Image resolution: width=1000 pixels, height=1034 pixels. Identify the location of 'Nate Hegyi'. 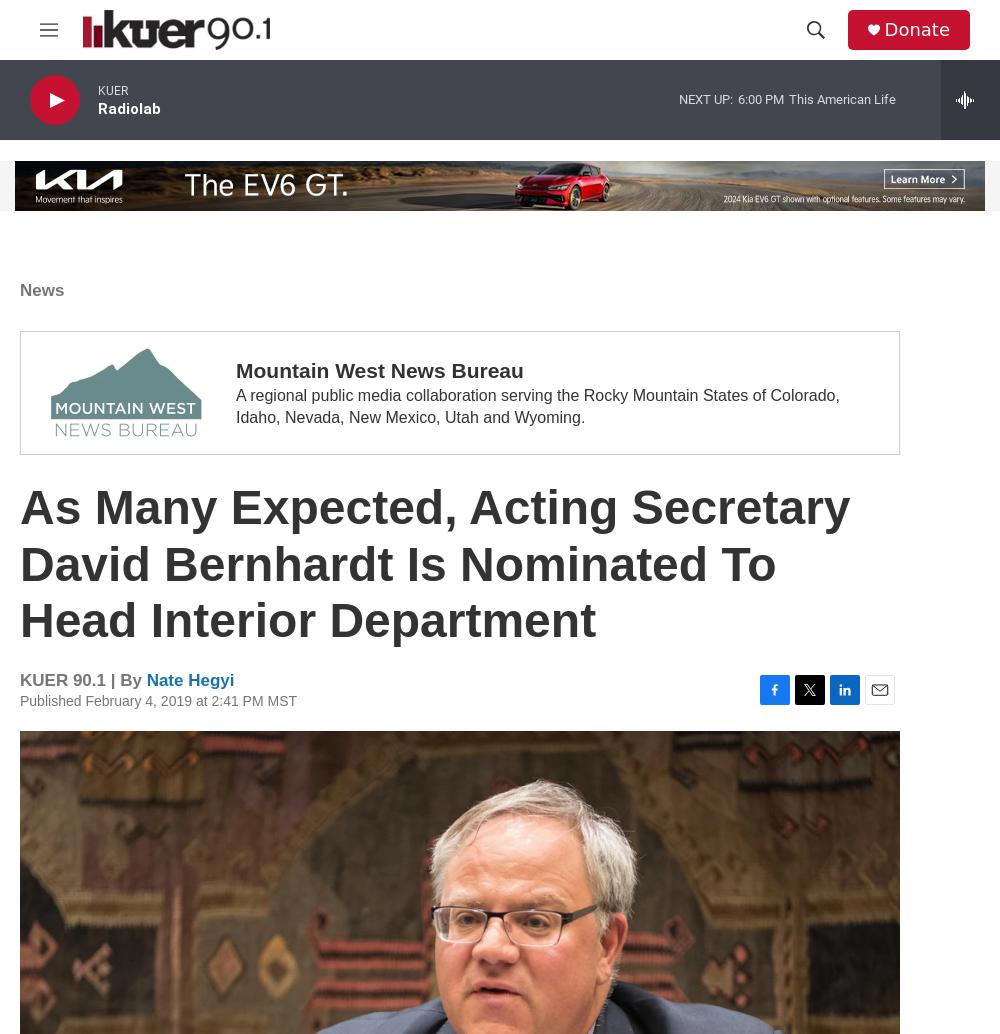
(189, 679).